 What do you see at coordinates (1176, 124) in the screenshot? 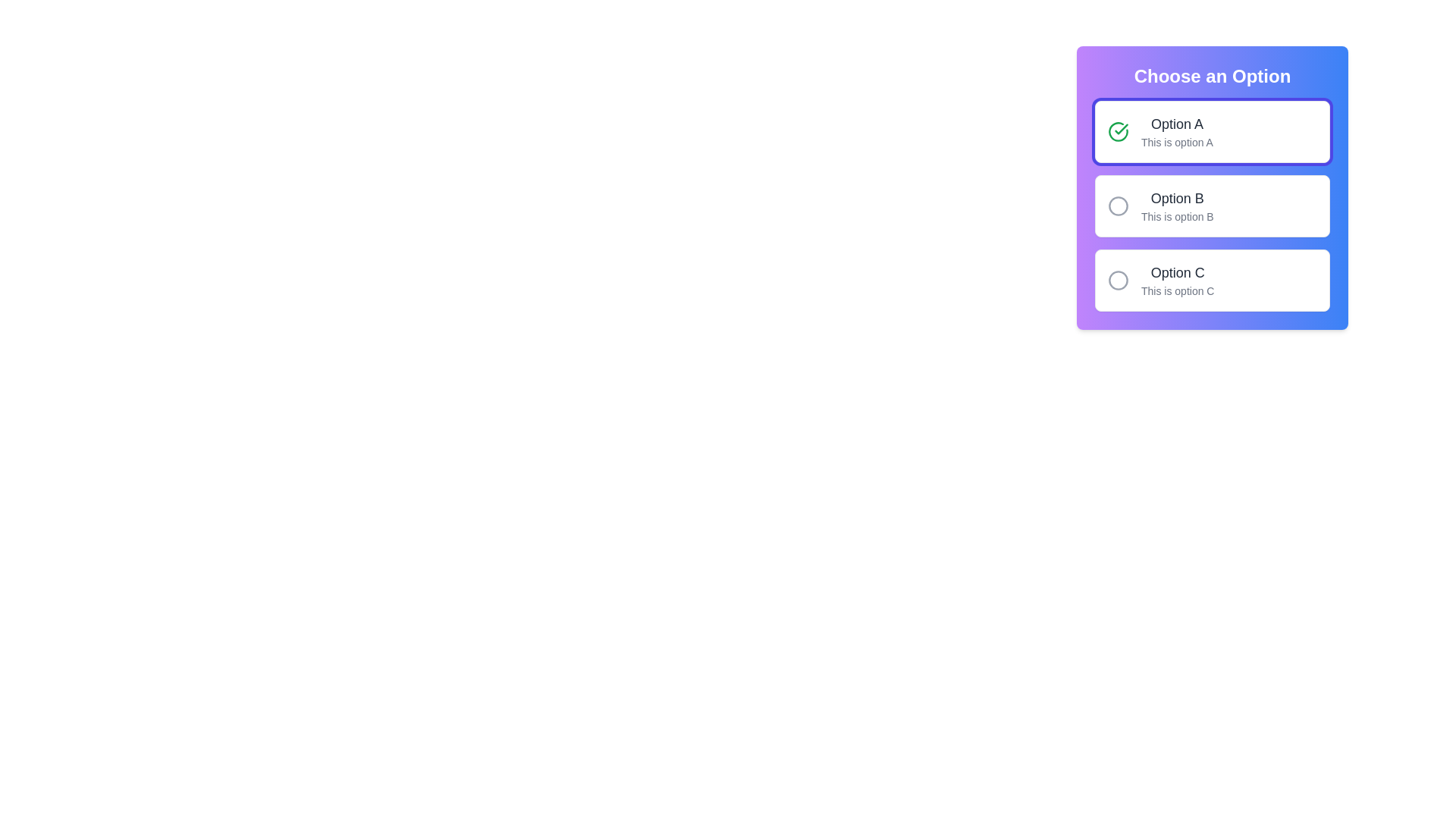
I see `the text label for the first selectable option in the list, located under the title 'Choose an Option'` at bounding box center [1176, 124].